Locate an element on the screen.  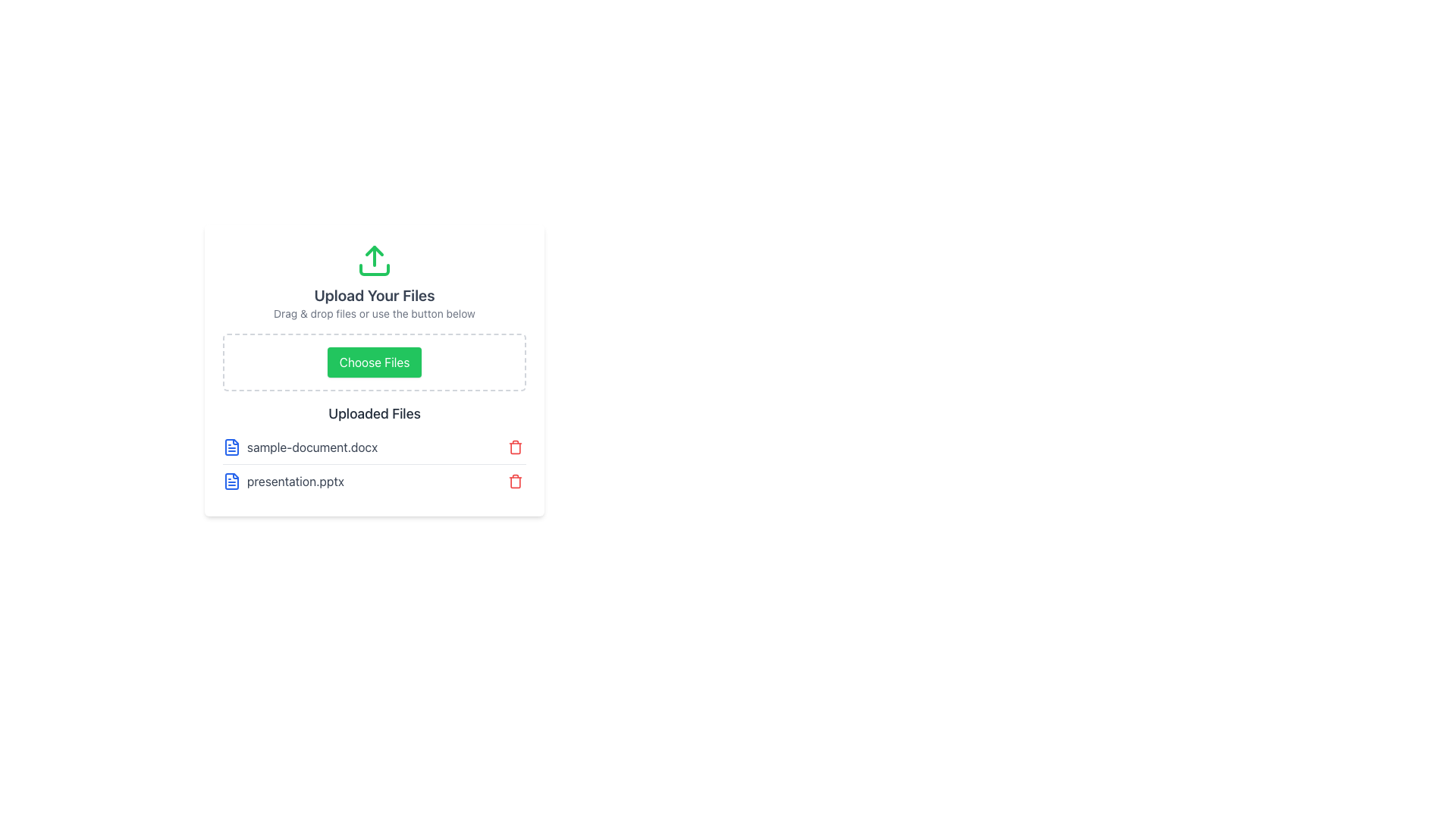
the informational header that features a prominent green upload icon and the text 'Upload Your Files' along with 'Drag & drop files or use the button below' is located at coordinates (375, 281).